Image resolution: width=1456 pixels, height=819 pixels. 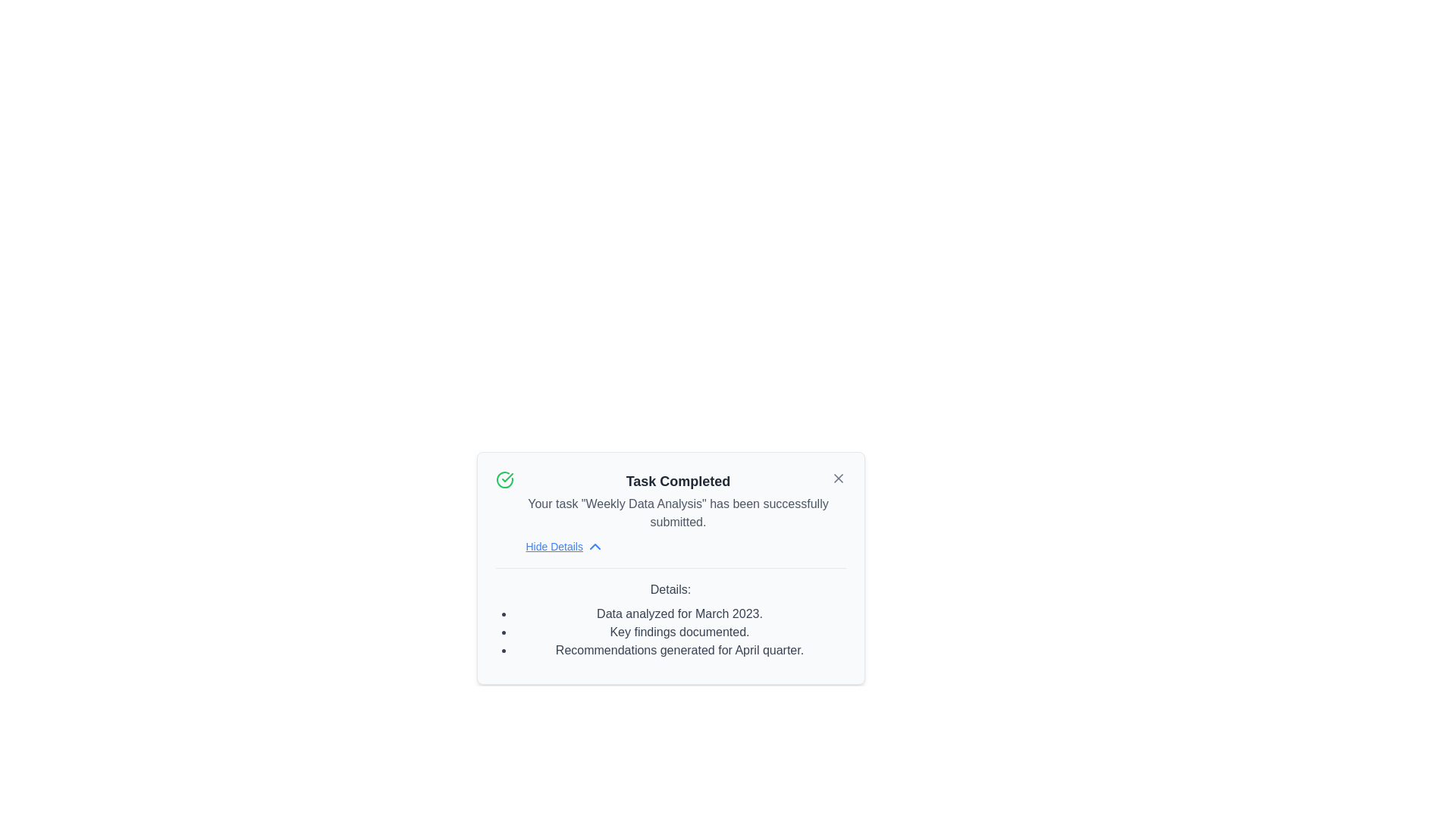 What do you see at coordinates (837, 479) in the screenshot?
I see `the 'X' button in the top-right corner of the card to close it` at bounding box center [837, 479].